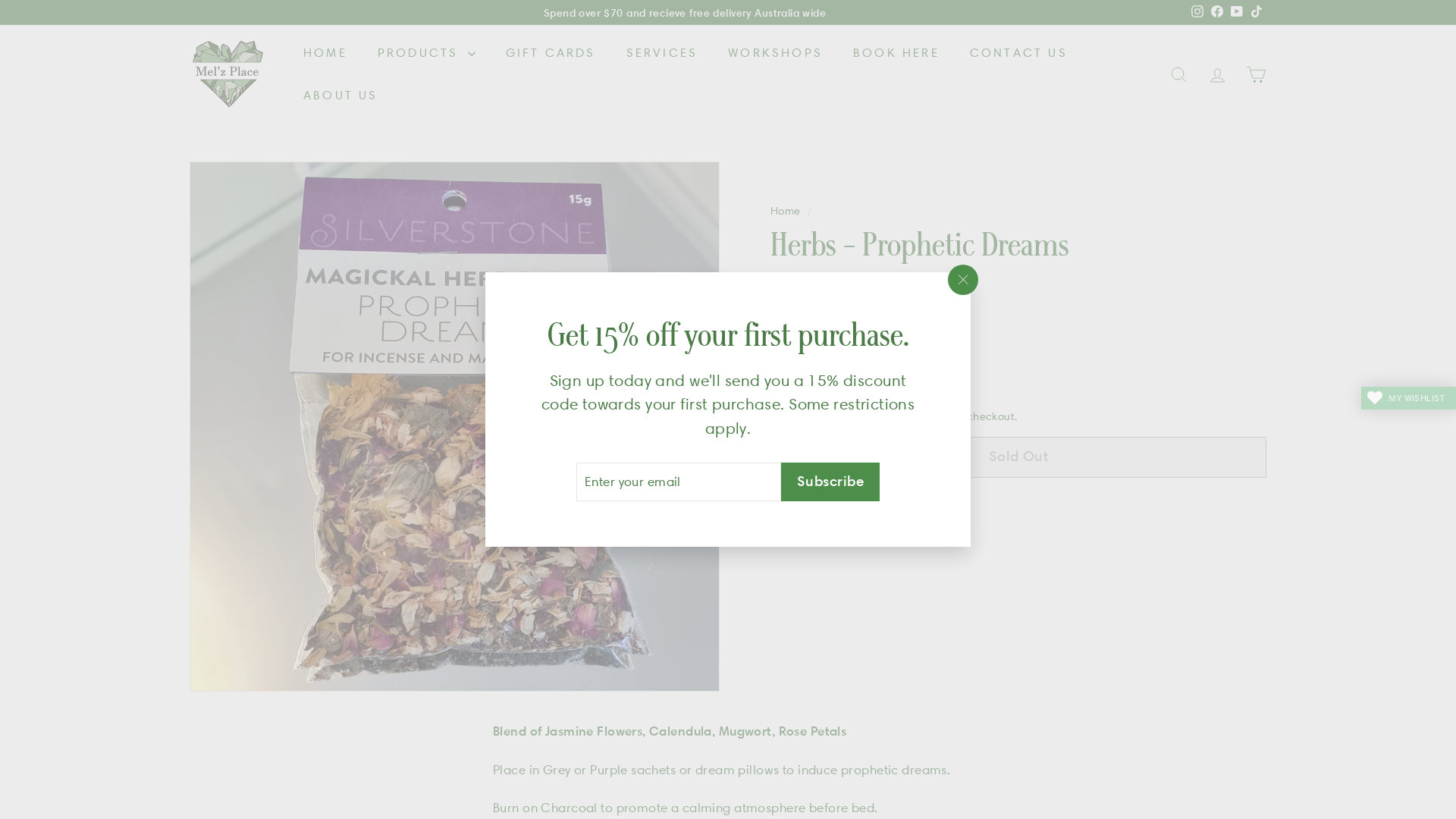 This screenshot has height=819, width=1456. Describe the element at coordinates (1178, 74) in the screenshot. I see `'SEARCH'` at that location.